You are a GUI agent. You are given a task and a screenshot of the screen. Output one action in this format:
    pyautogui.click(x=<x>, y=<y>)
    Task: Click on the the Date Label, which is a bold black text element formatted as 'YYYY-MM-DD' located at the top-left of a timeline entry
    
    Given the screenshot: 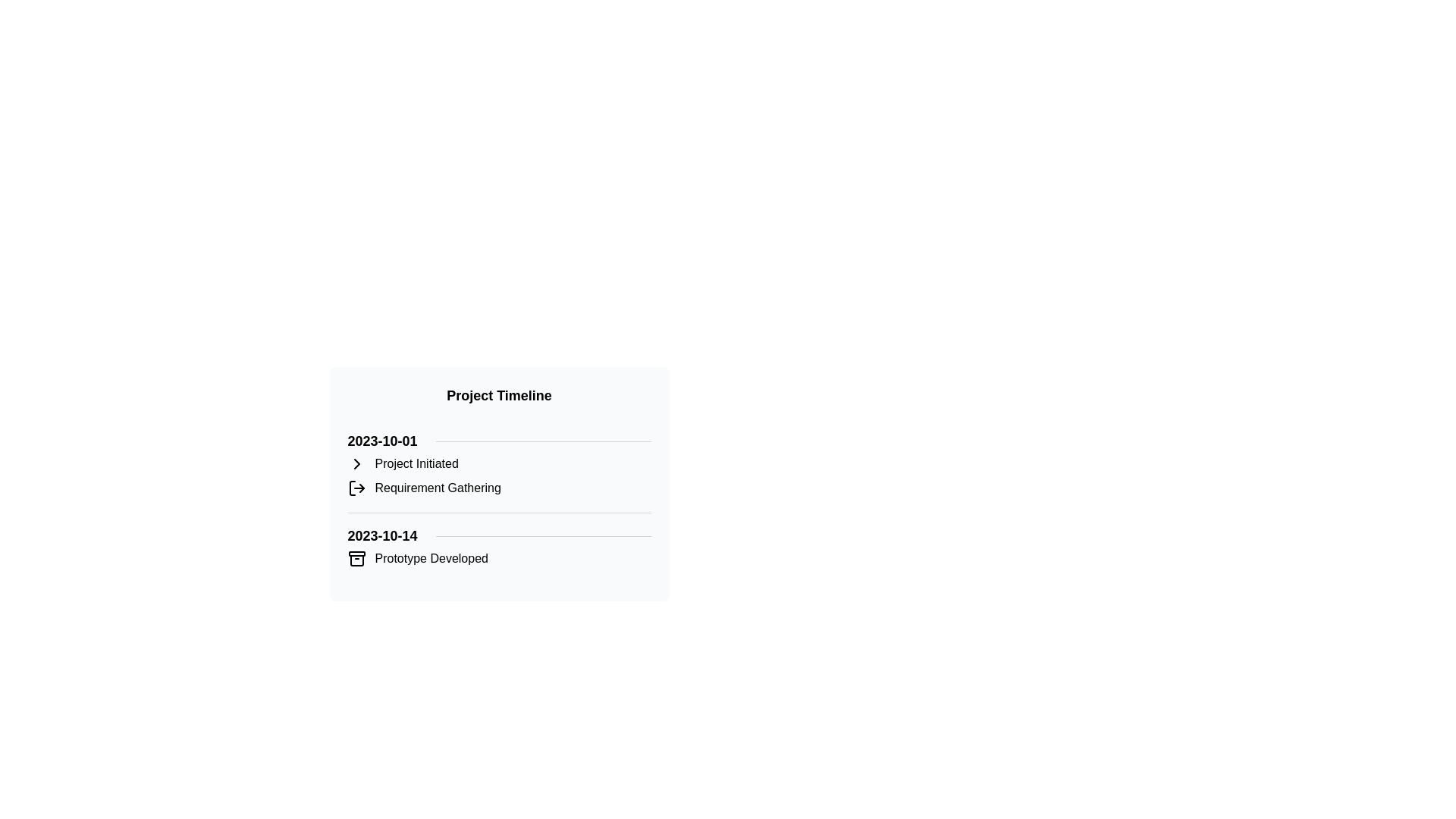 What is the action you would take?
    pyautogui.click(x=382, y=441)
    